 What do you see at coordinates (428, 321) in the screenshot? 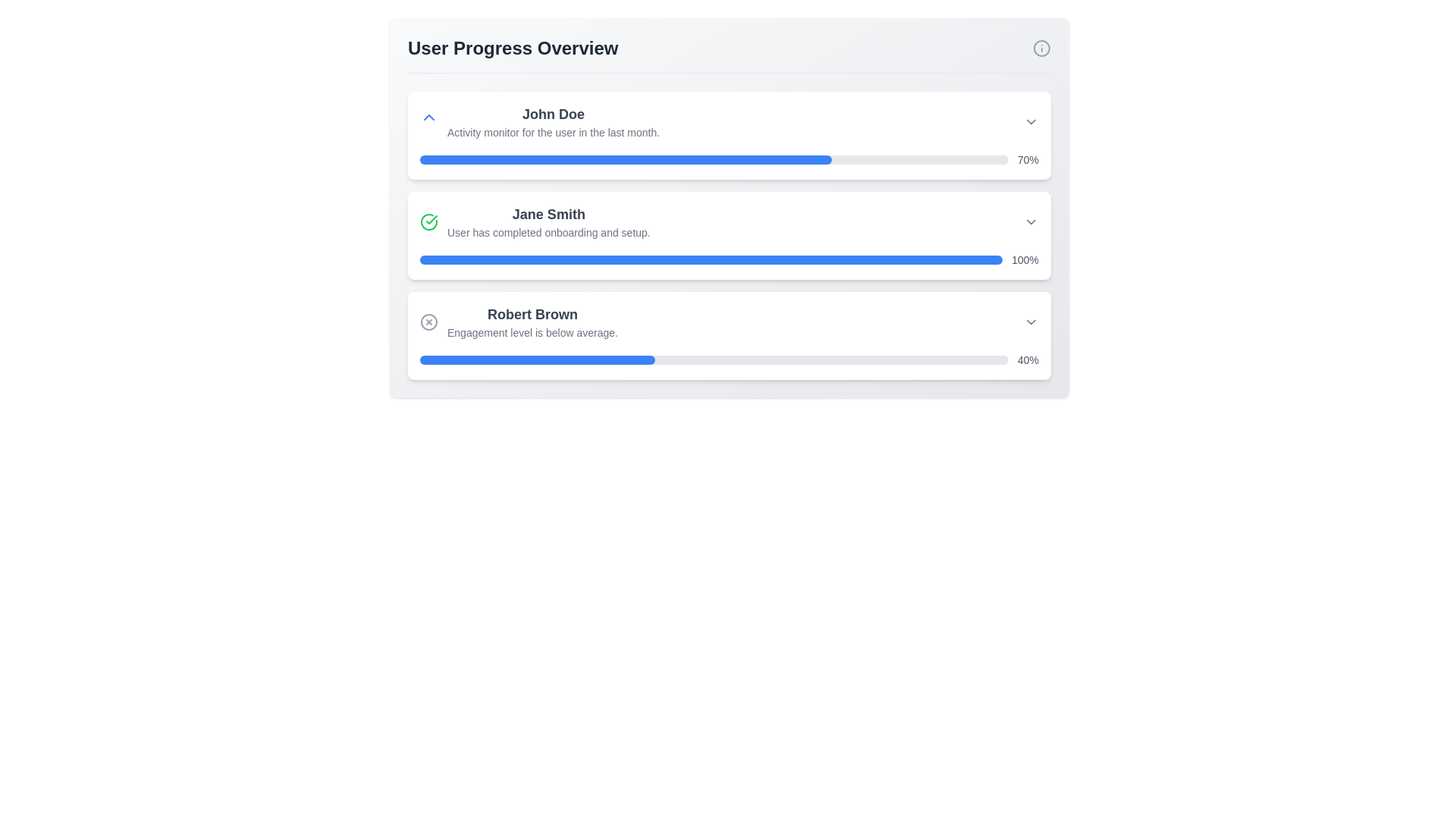
I see `the circular SVG element that forms the outer border of the 'X' icon in the 'Robert Brown' section of the User Progress Overview interface` at bounding box center [428, 321].